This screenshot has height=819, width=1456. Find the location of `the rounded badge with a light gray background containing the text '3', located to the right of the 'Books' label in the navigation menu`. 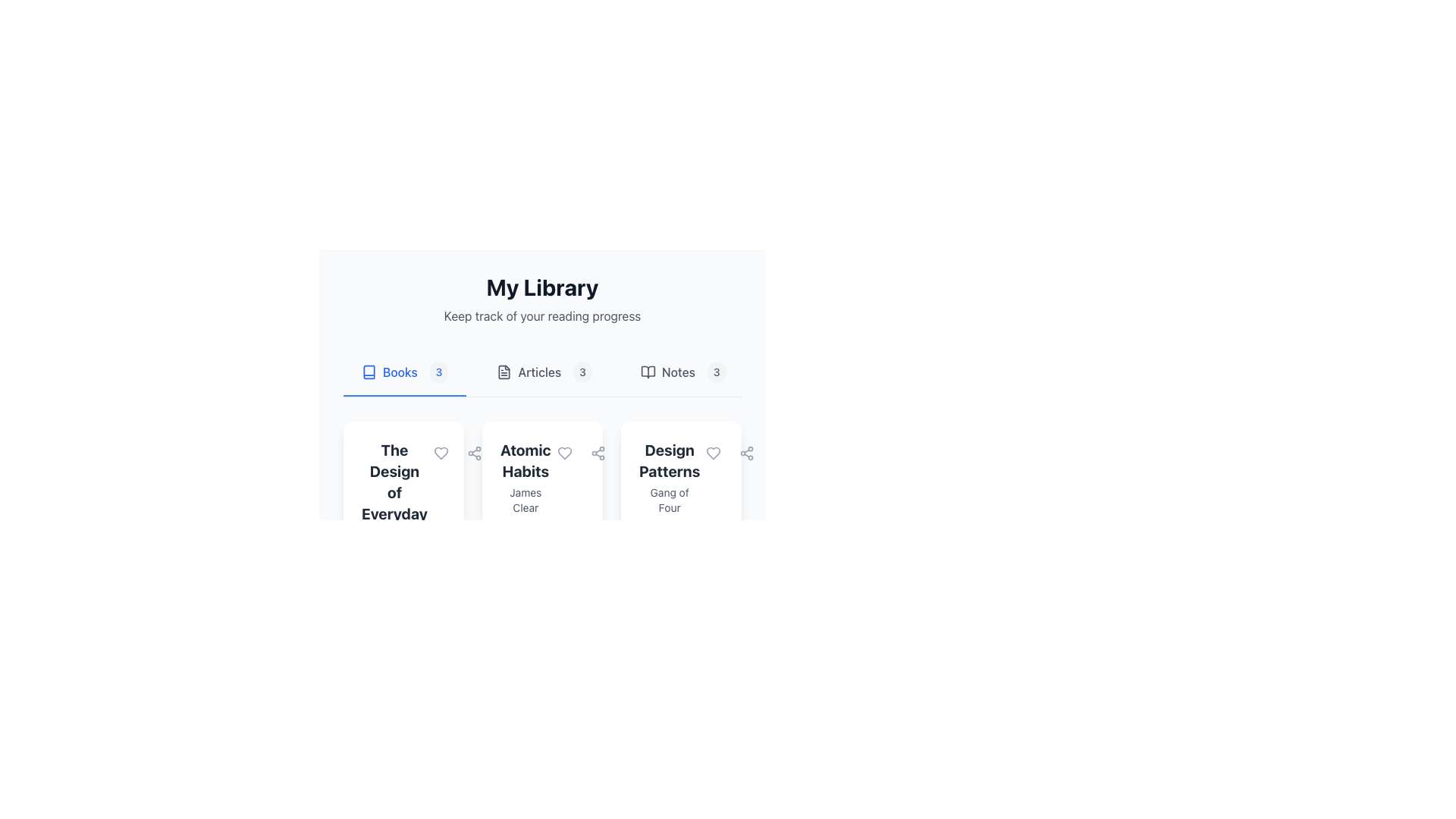

the rounded badge with a light gray background containing the text '3', located to the right of the 'Books' label in the navigation menu is located at coordinates (438, 372).